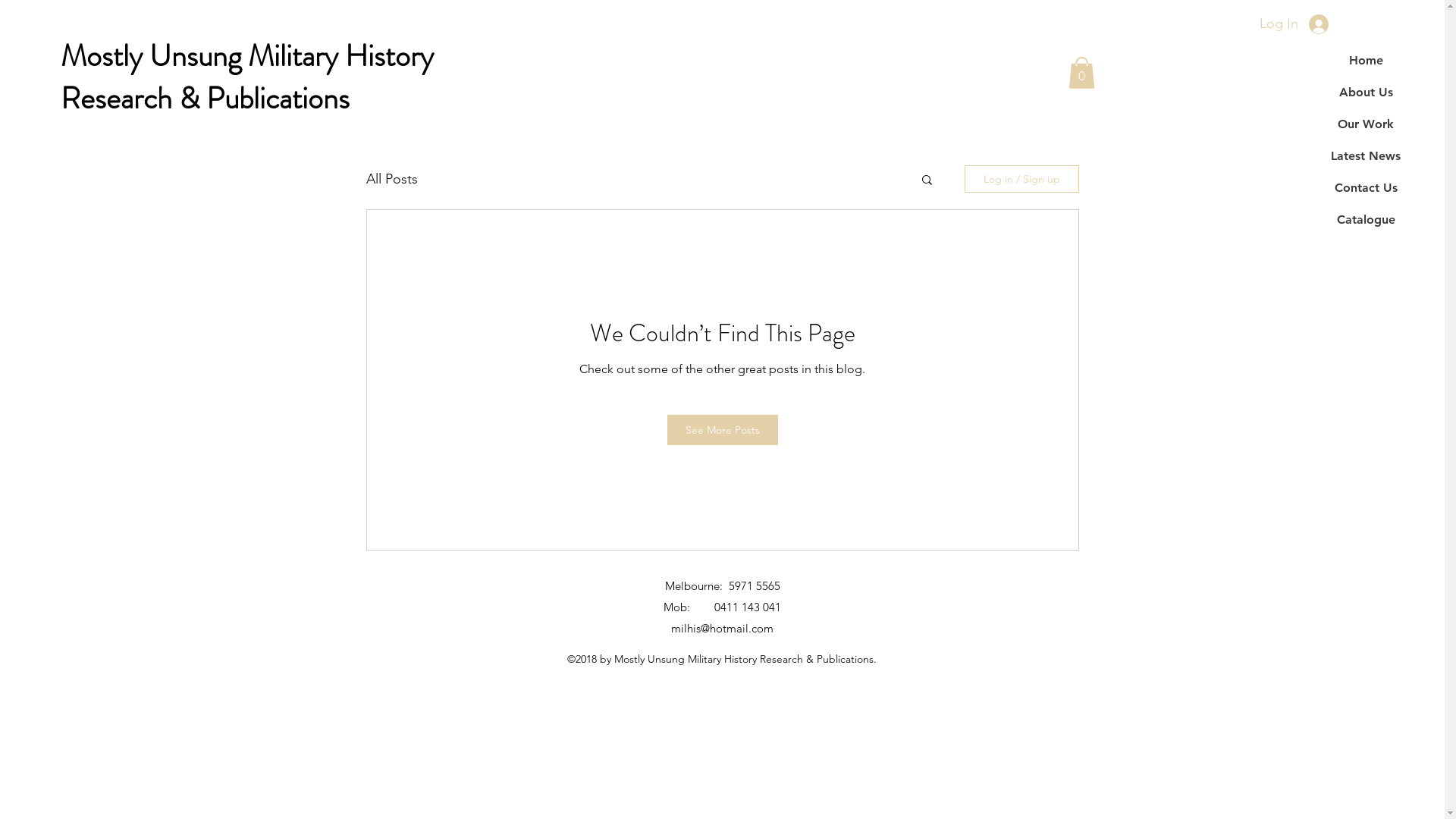 The width and height of the screenshot is (1456, 819). Describe the element at coordinates (1365, 123) in the screenshot. I see `'Our Work'` at that location.